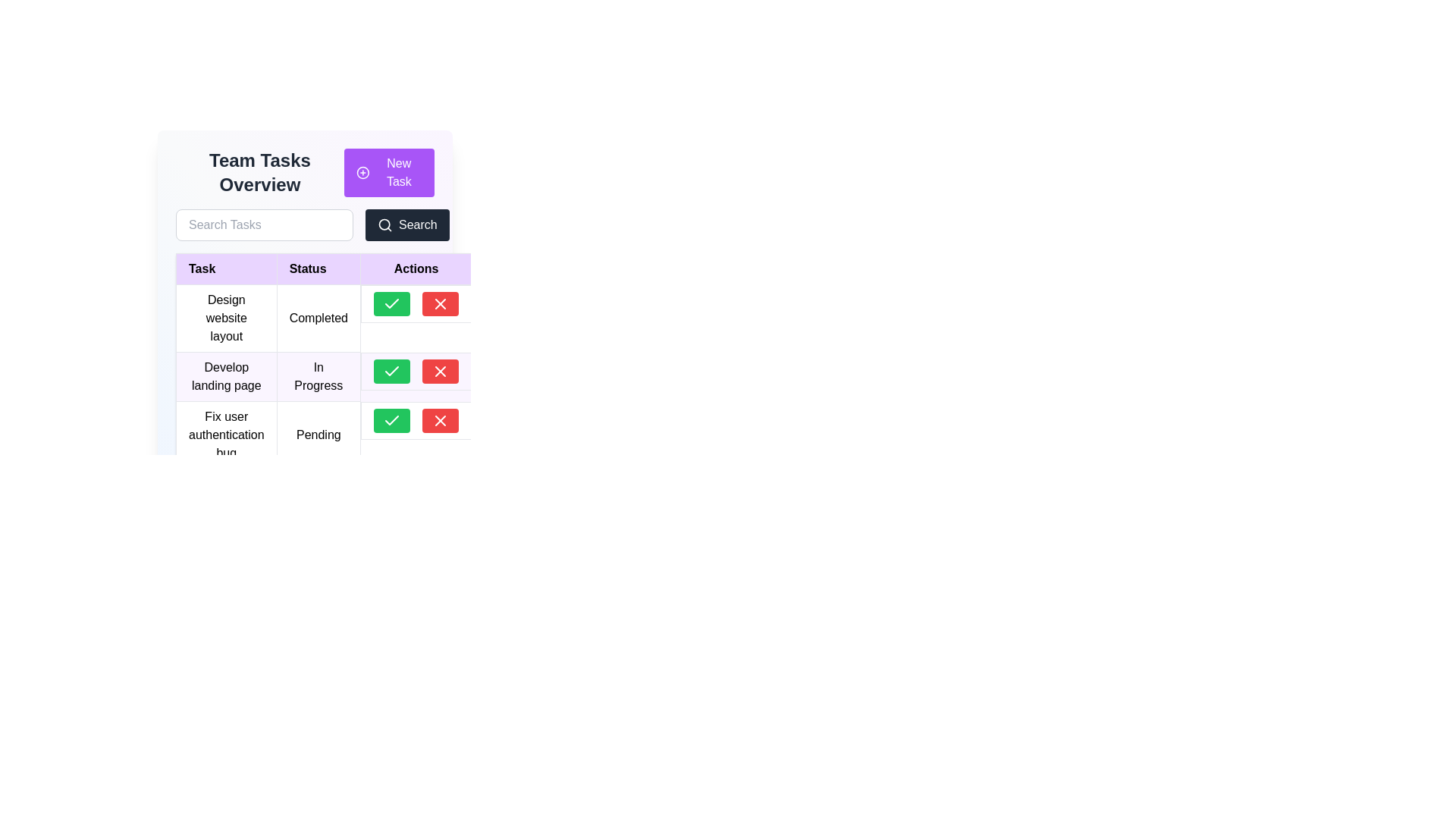  I want to click on the green checkmark icon within the 'Actions' column of the task table, so click(392, 420).